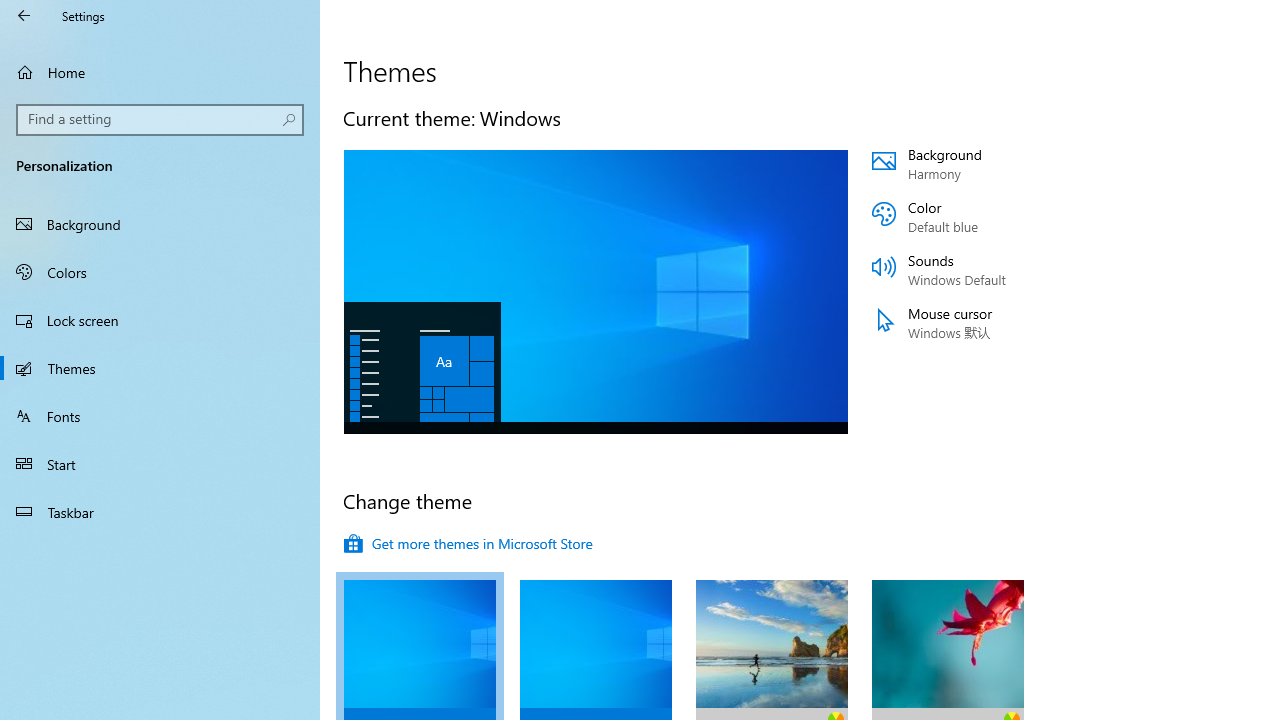 This screenshot has height=720, width=1280. I want to click on 'Back', so click(24, 15).